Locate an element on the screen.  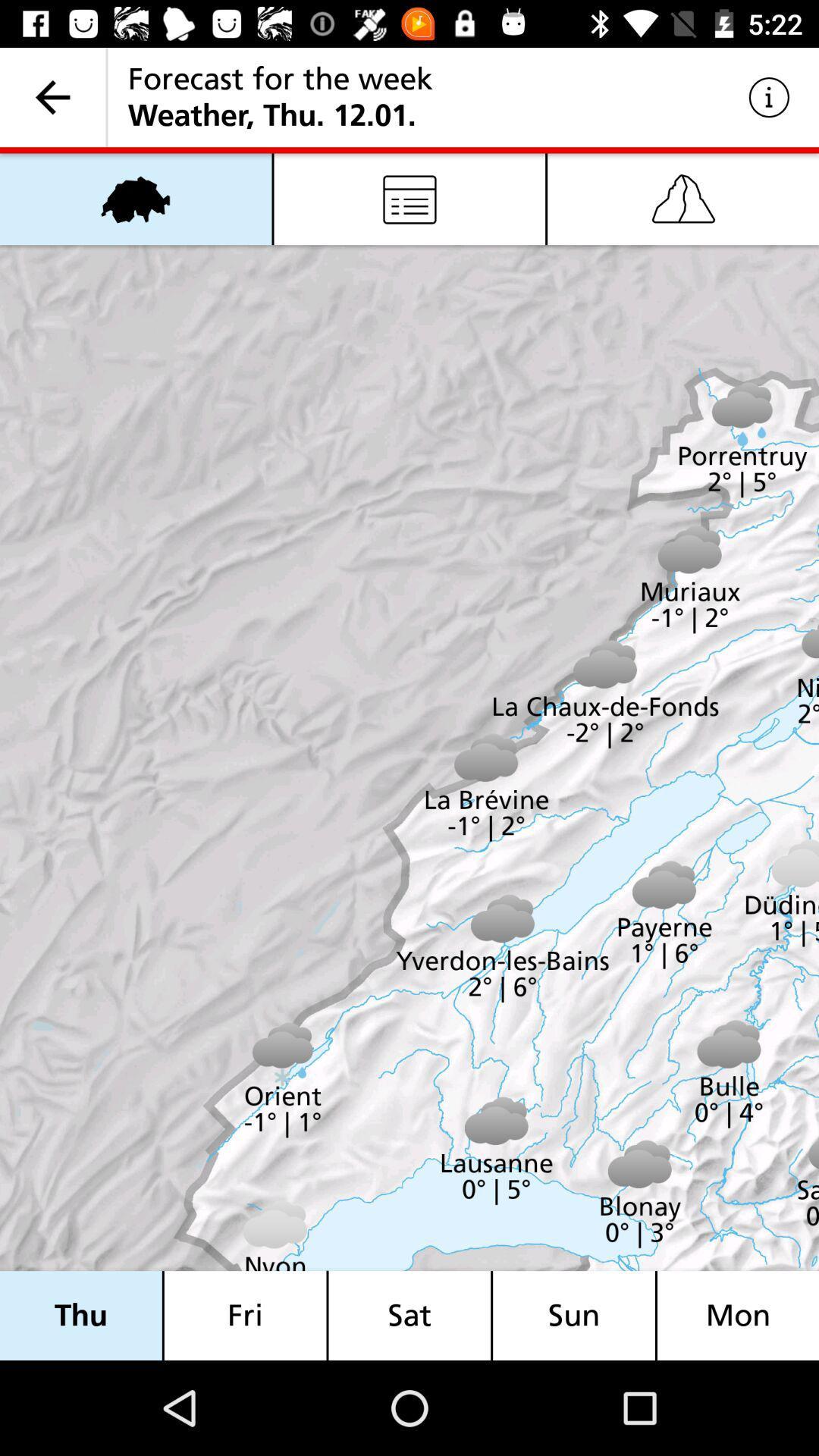
the sun icon is located at coordinates (574, 1315).